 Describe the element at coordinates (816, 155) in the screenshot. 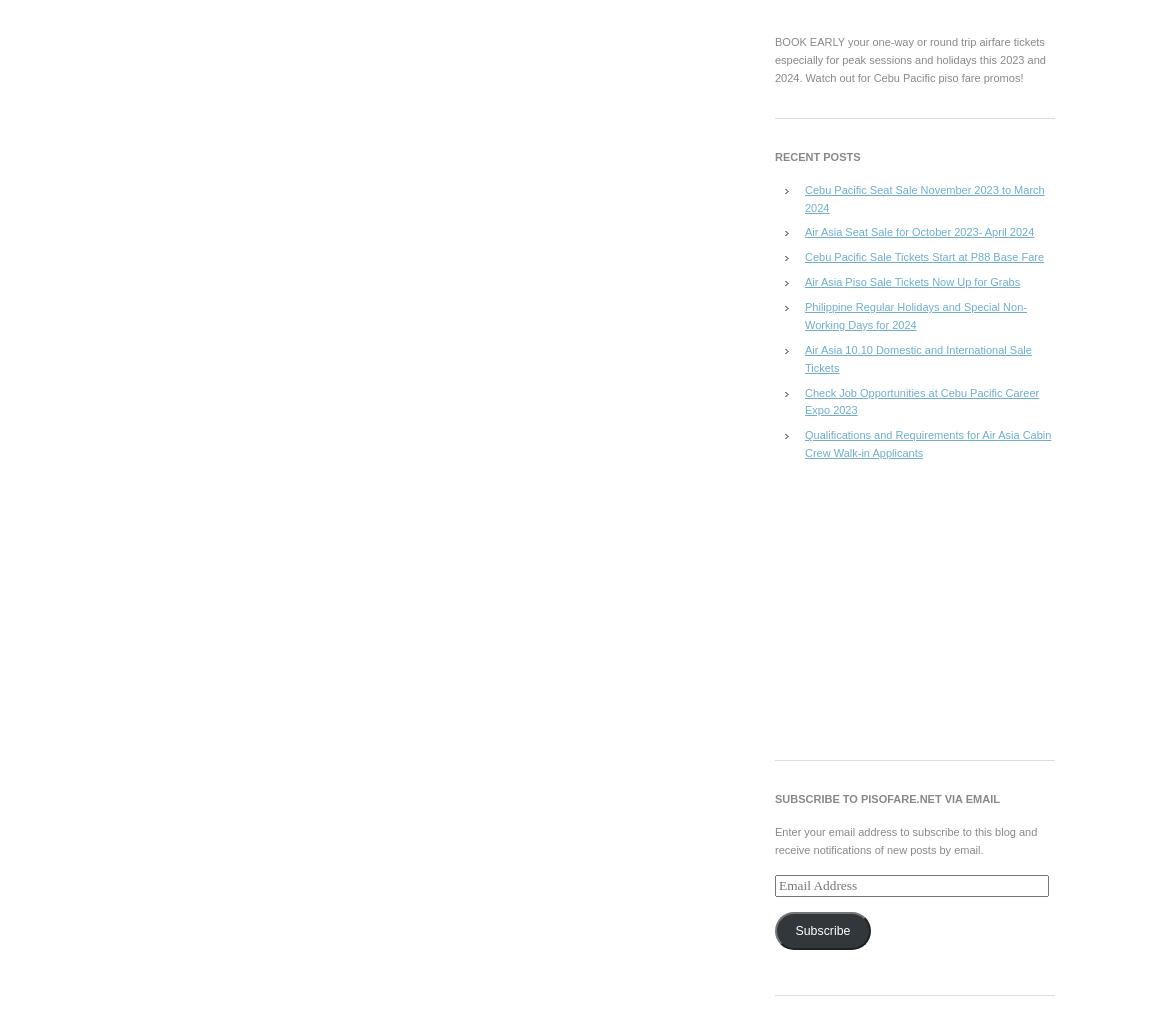

I see `'Recent Posts'` at that location.